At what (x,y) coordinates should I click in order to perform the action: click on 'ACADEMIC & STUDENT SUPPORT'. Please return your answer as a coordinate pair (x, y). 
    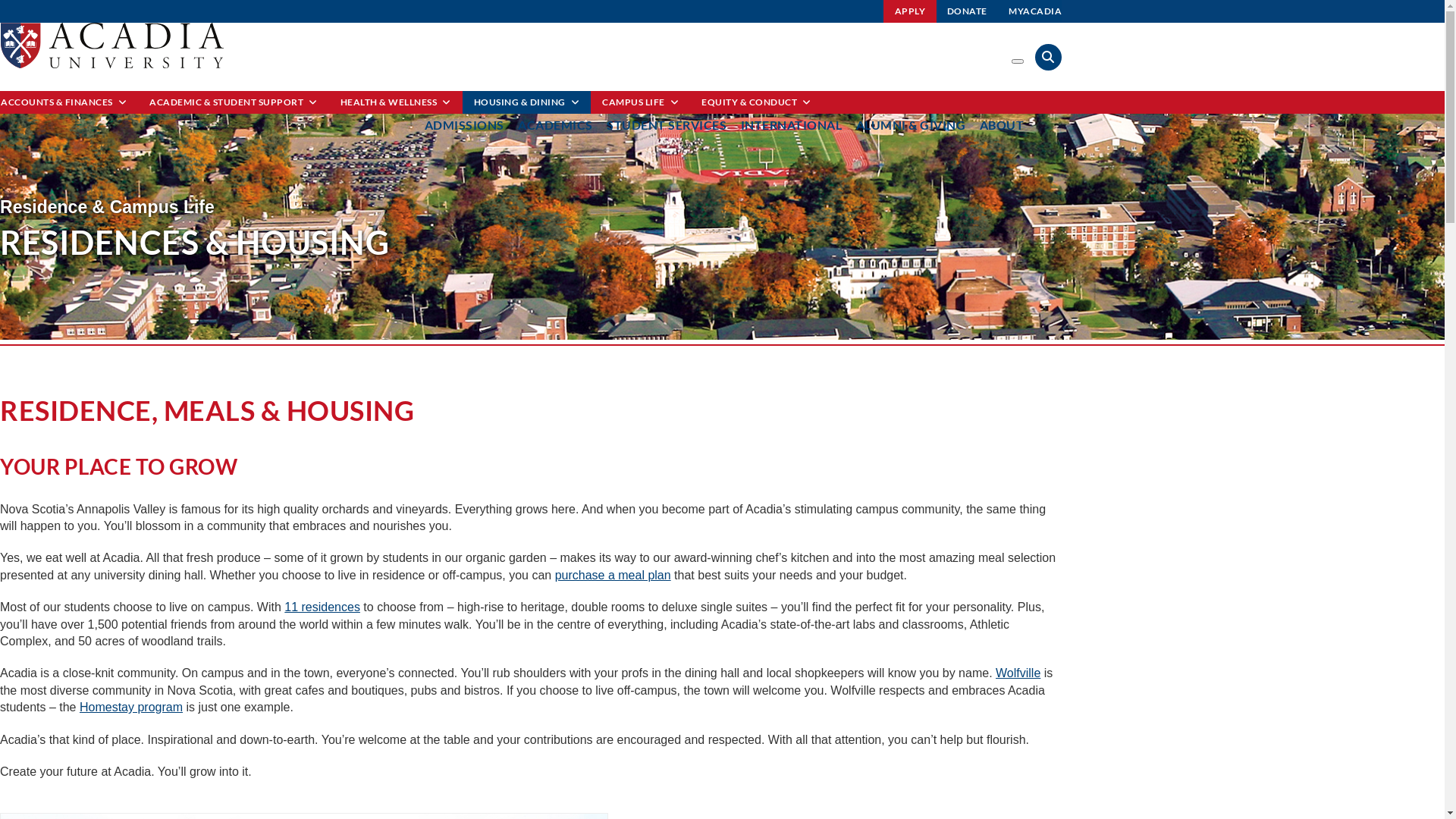
    Looking at the image, I should click on (232, 102).